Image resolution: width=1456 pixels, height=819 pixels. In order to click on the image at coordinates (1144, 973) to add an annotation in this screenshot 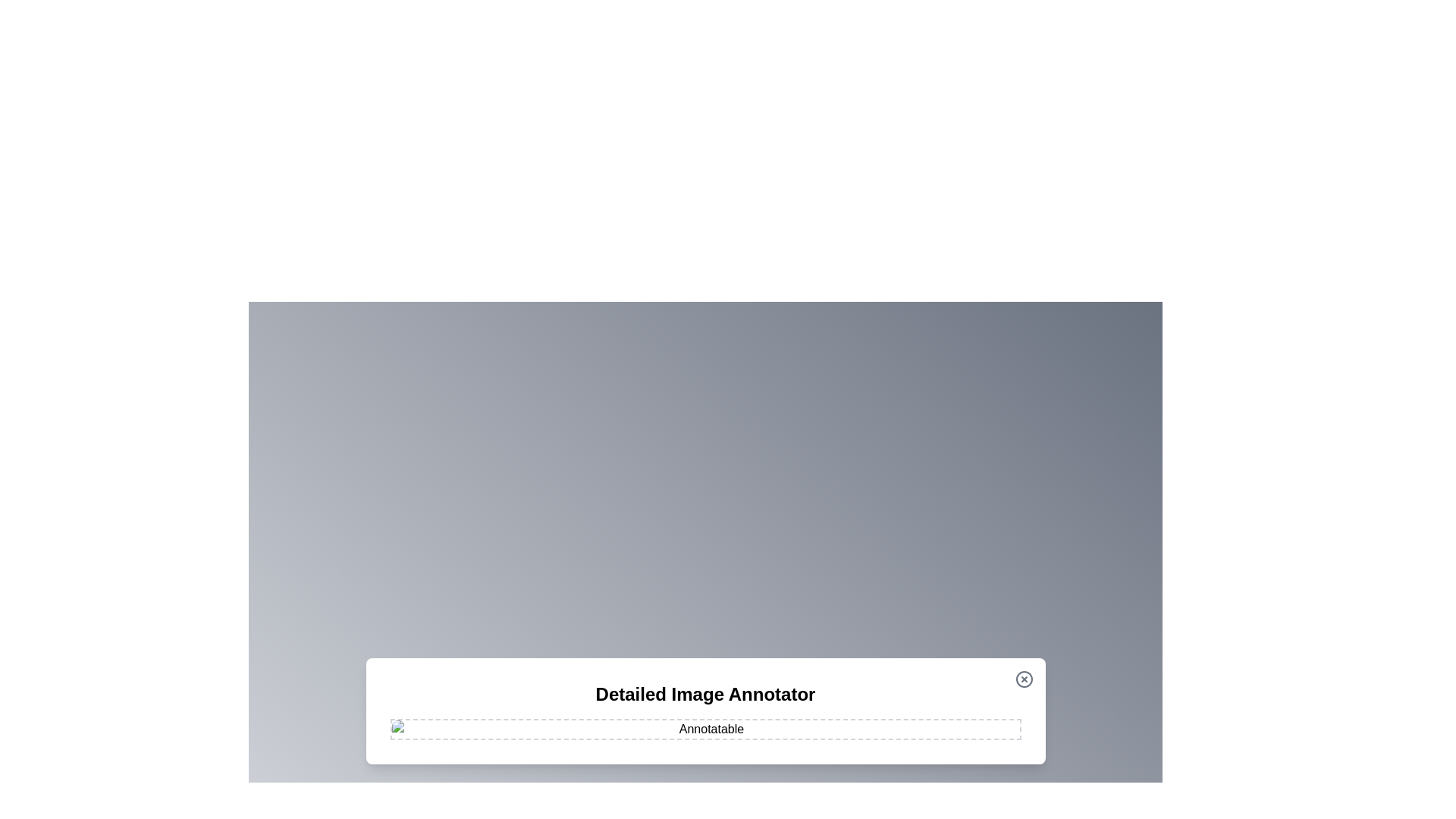, I will do `click(867, 736)`.